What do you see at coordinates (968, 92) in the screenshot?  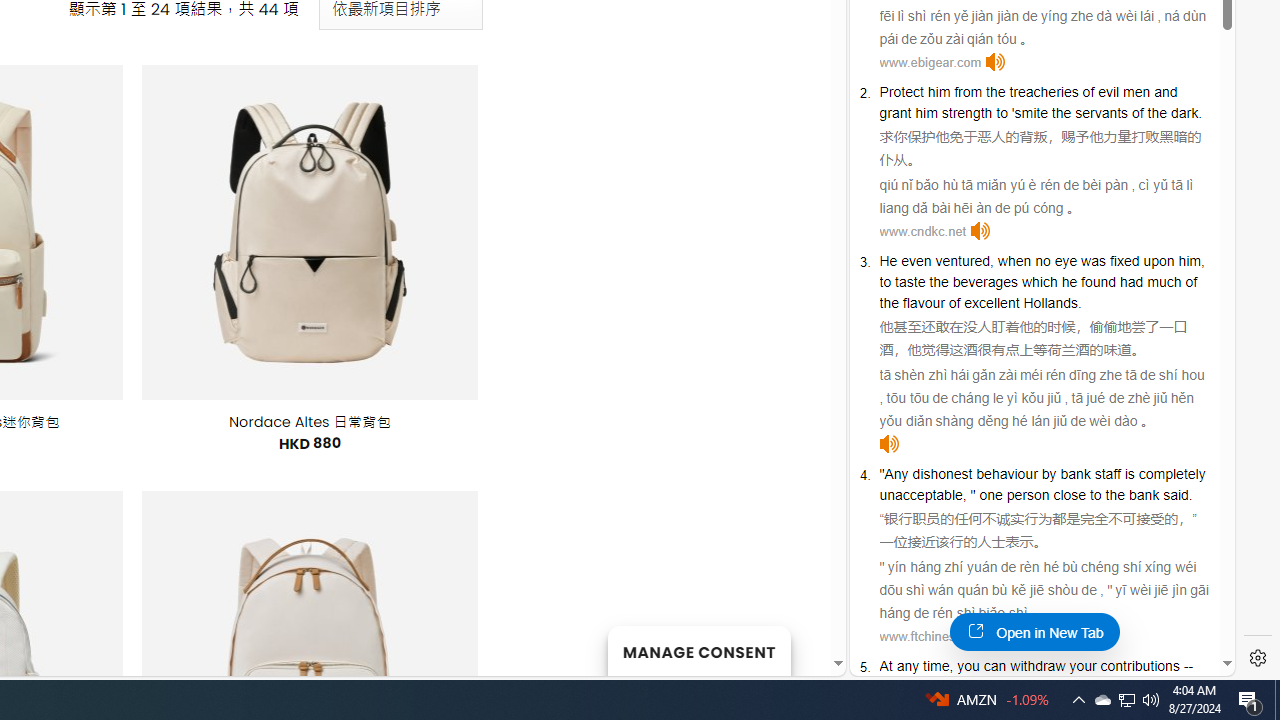 I see `'from'` at bounding box center [968, 92].